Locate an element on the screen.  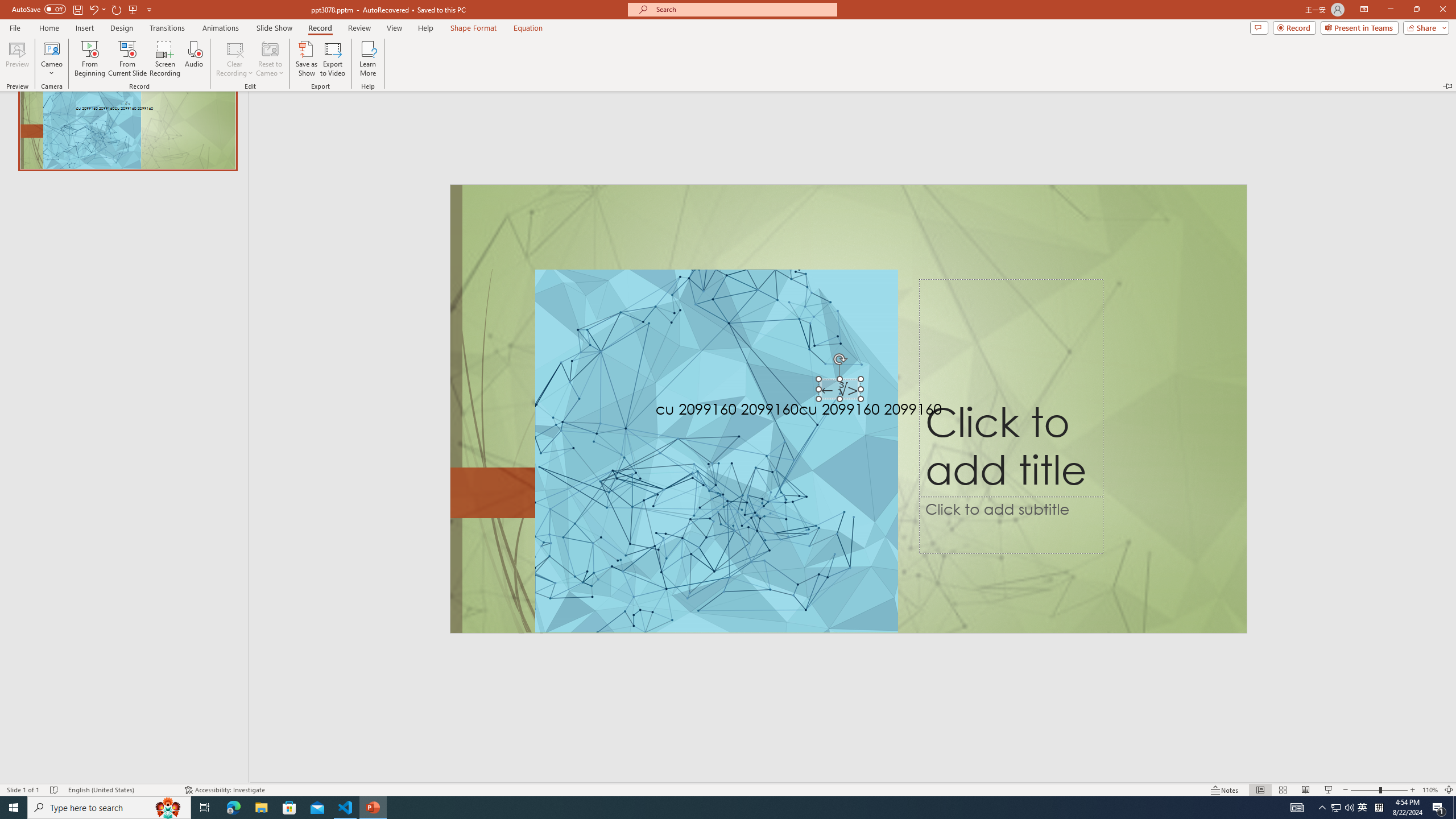
'Q2790: 100%' is located at coordinates (1349, 806).